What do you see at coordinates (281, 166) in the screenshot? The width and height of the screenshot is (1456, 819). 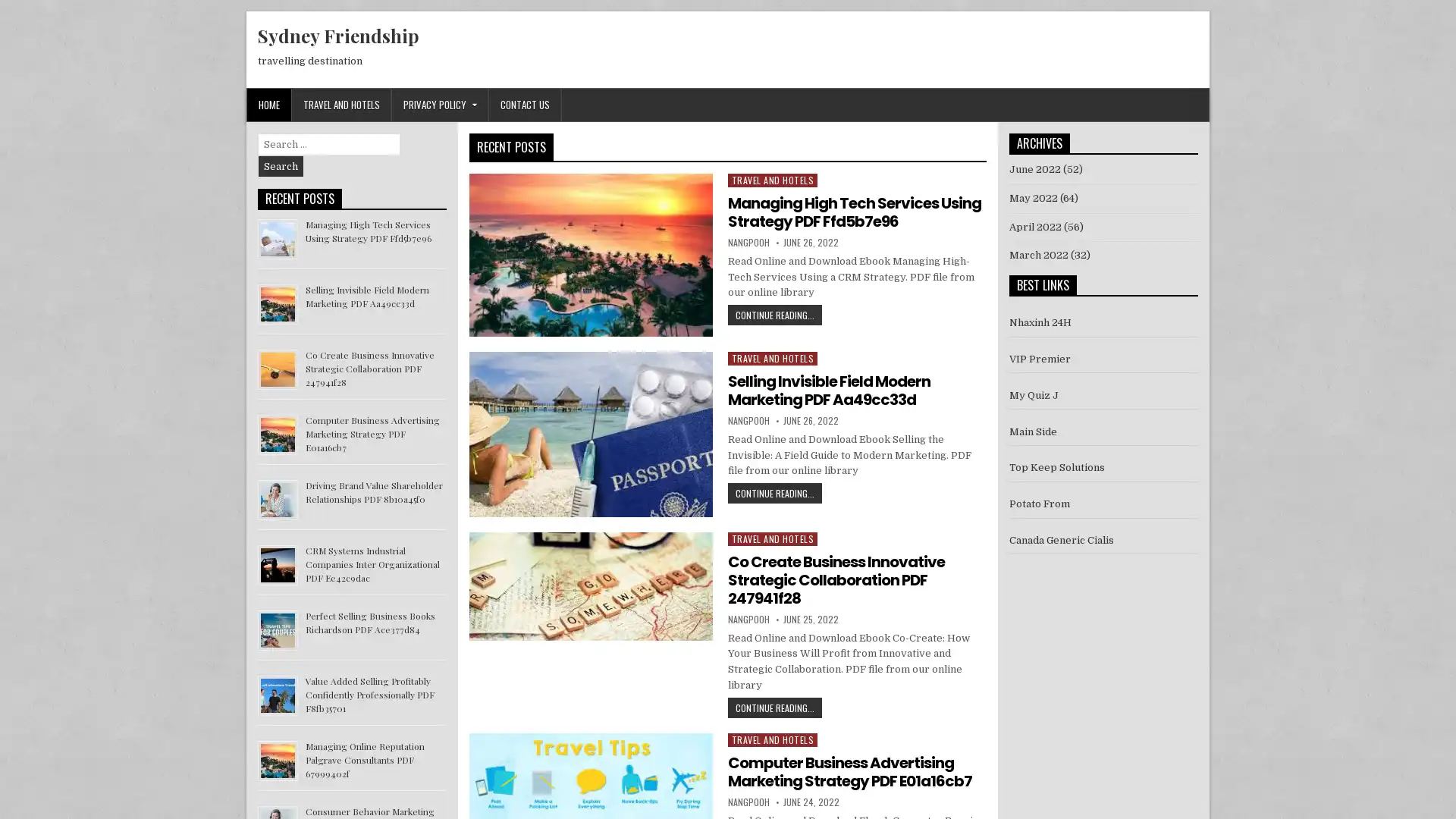 I see `Search` at bounding box center [281, 166].